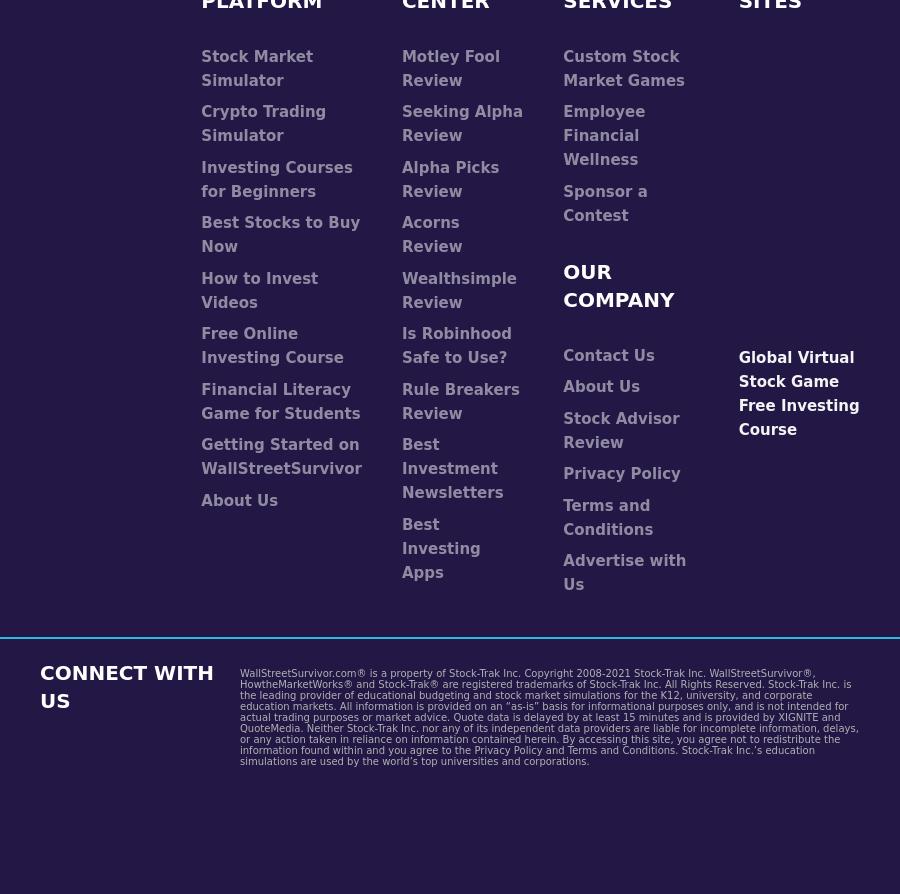 This screenshot has width=900, height=894. I want to click on 'Is Robinhood Safe to Use?', so click(455, 344).